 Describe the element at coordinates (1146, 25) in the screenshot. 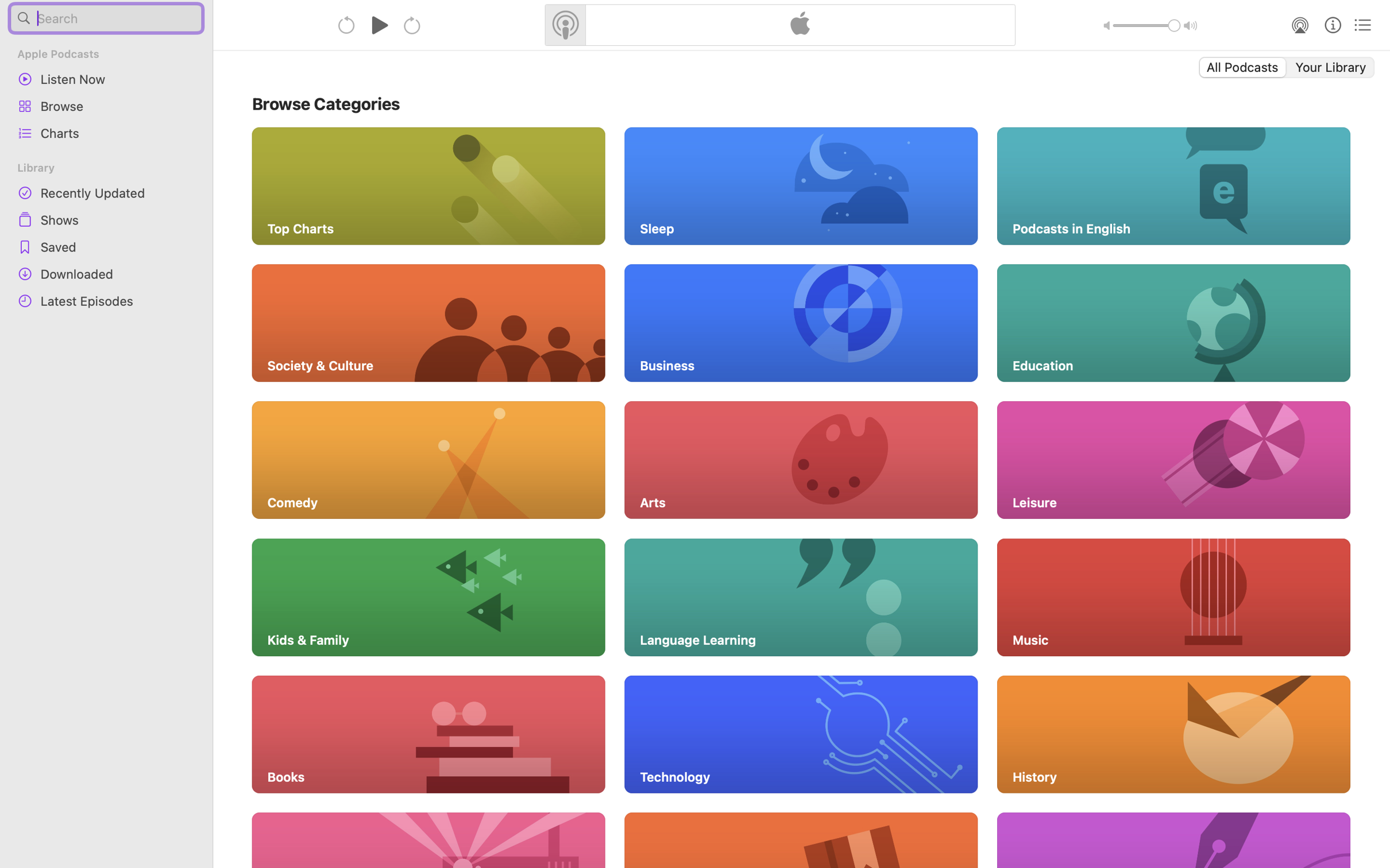

I see `'1.0'` at that location.